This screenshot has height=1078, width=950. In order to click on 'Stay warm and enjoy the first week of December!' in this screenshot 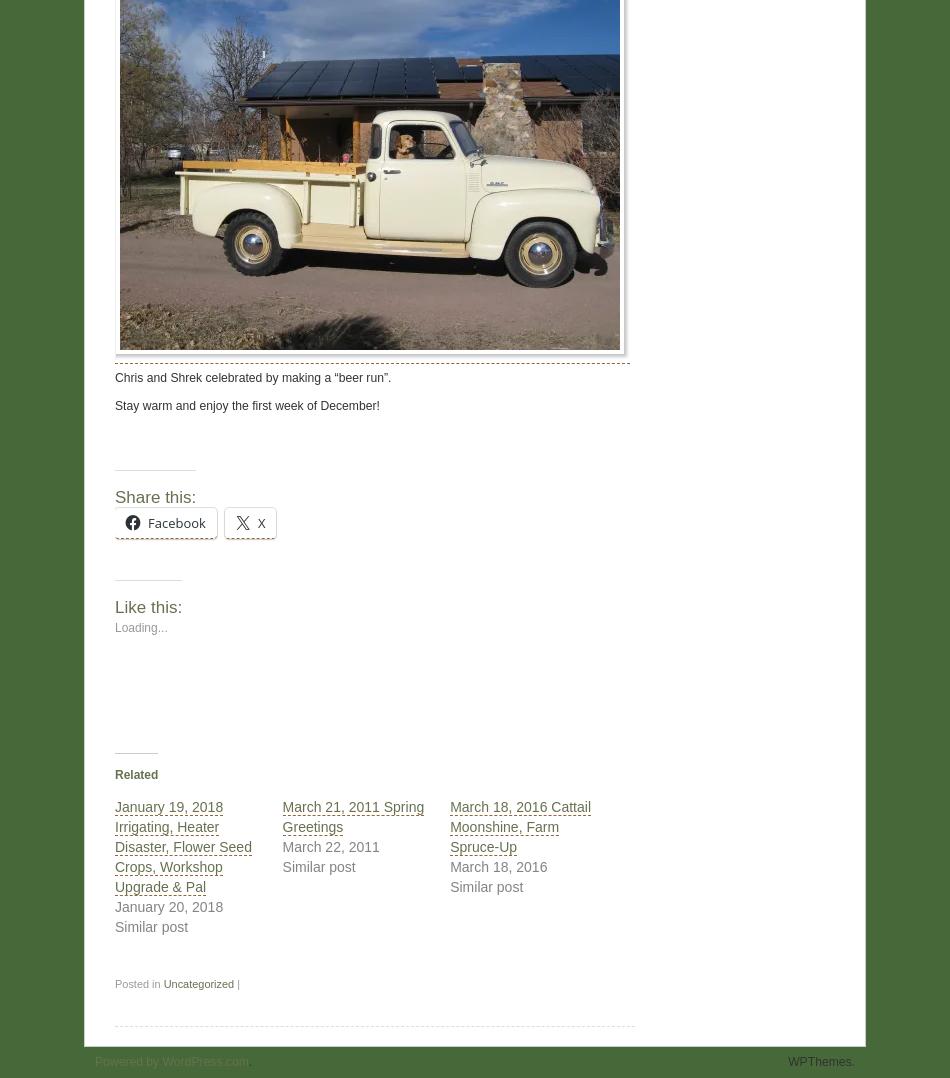, I will do `click(246, 404)`.